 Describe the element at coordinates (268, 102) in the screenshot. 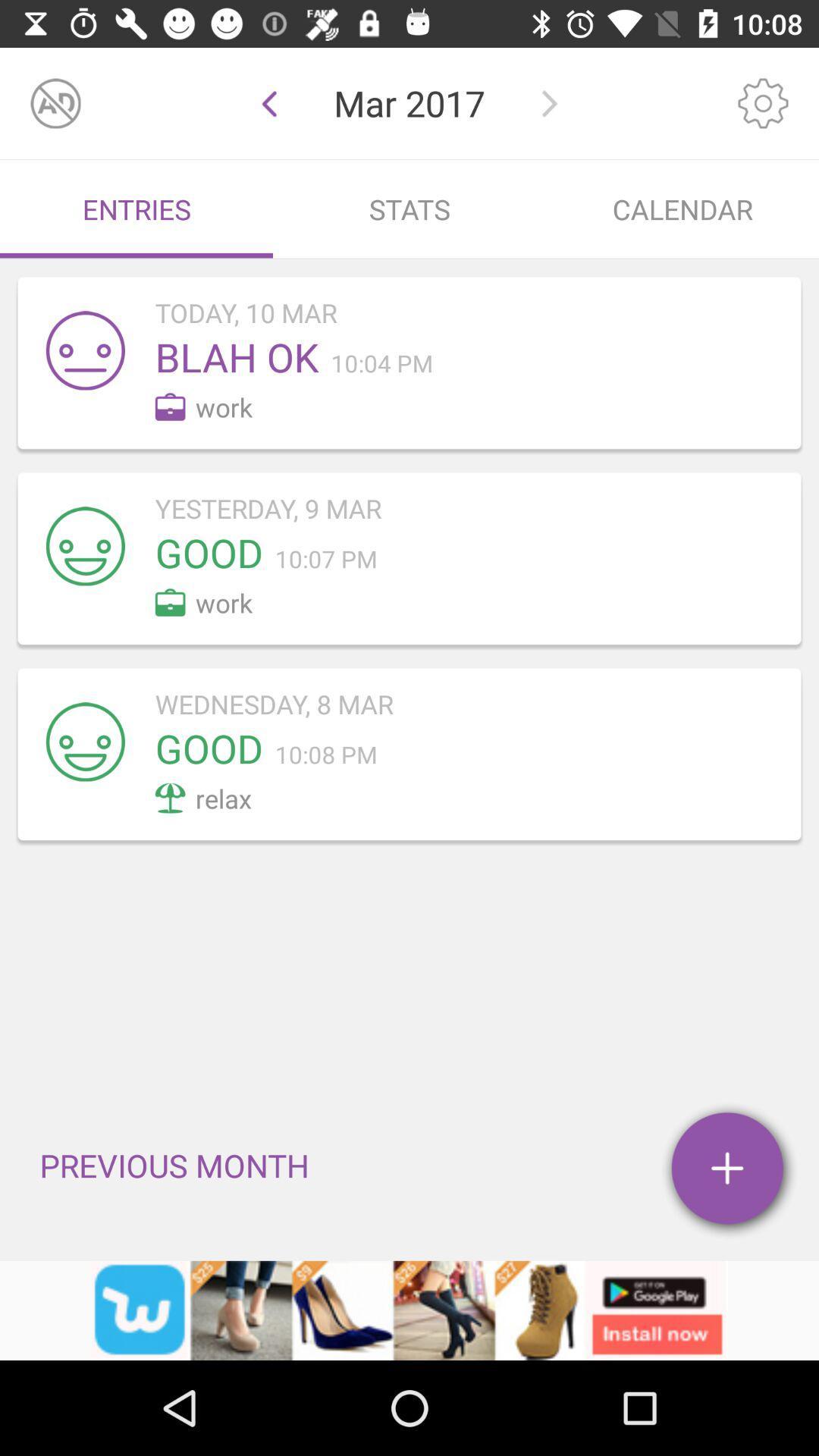

I see `the arrow_backward icon` at that location.